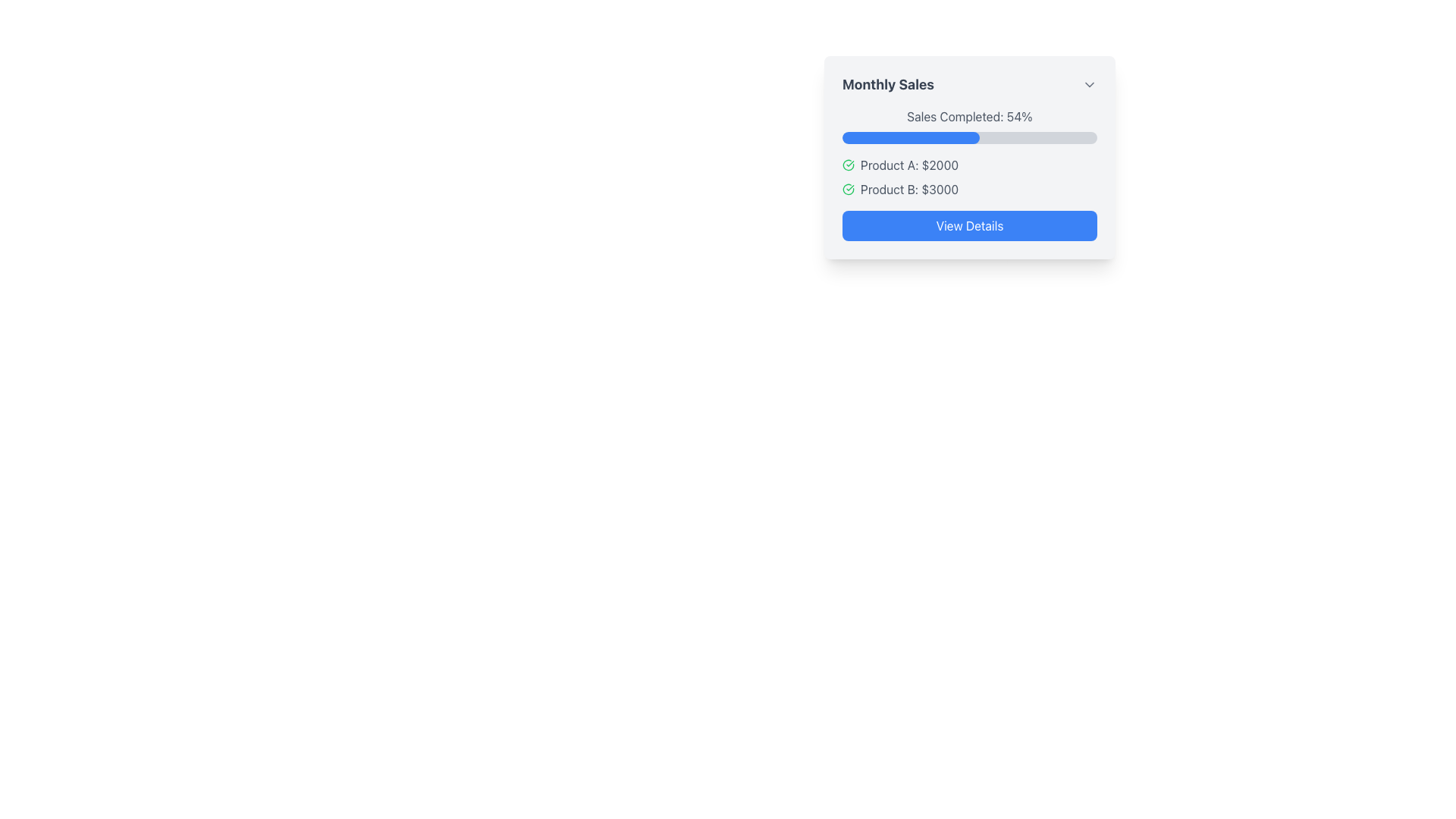 The height and width of the screenshot is (819, 1456). I want to click on the status icon indicating a successful state for 'Product B: $3000' located in the second row under the 'Monthly Sales' section, so click(847, 189).